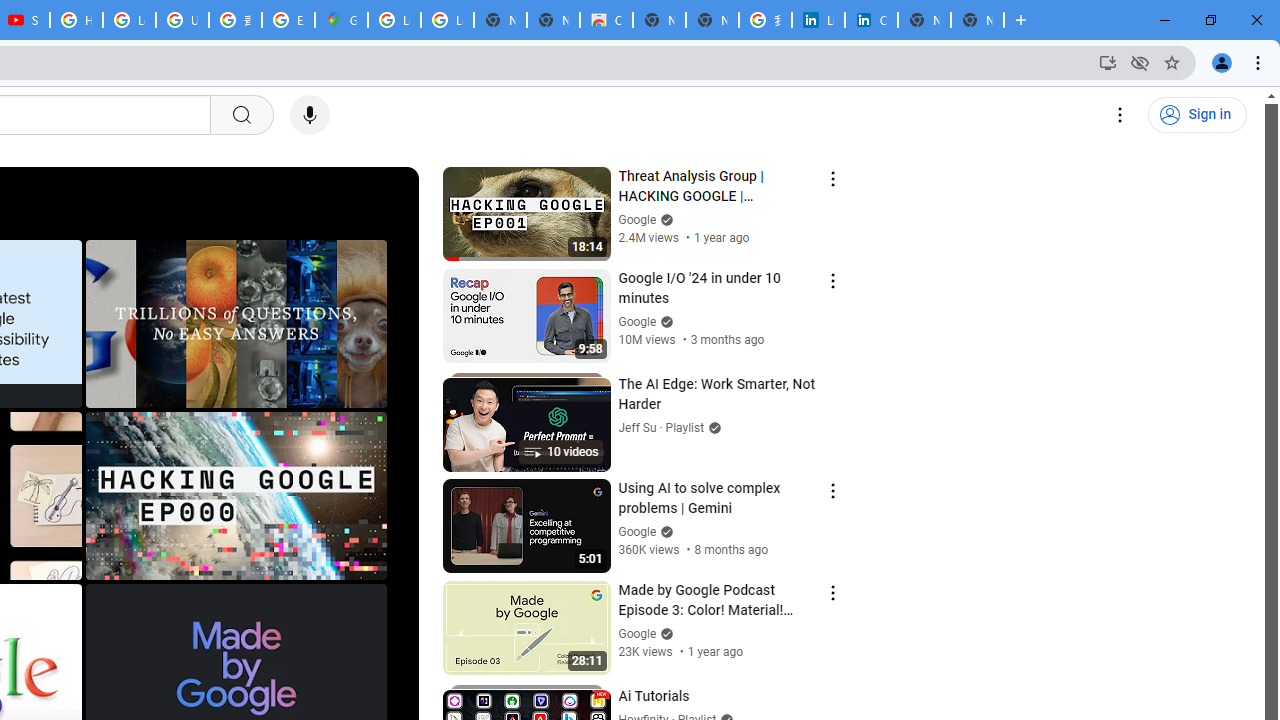  I want to click on 'Verified', so click(664, 633).